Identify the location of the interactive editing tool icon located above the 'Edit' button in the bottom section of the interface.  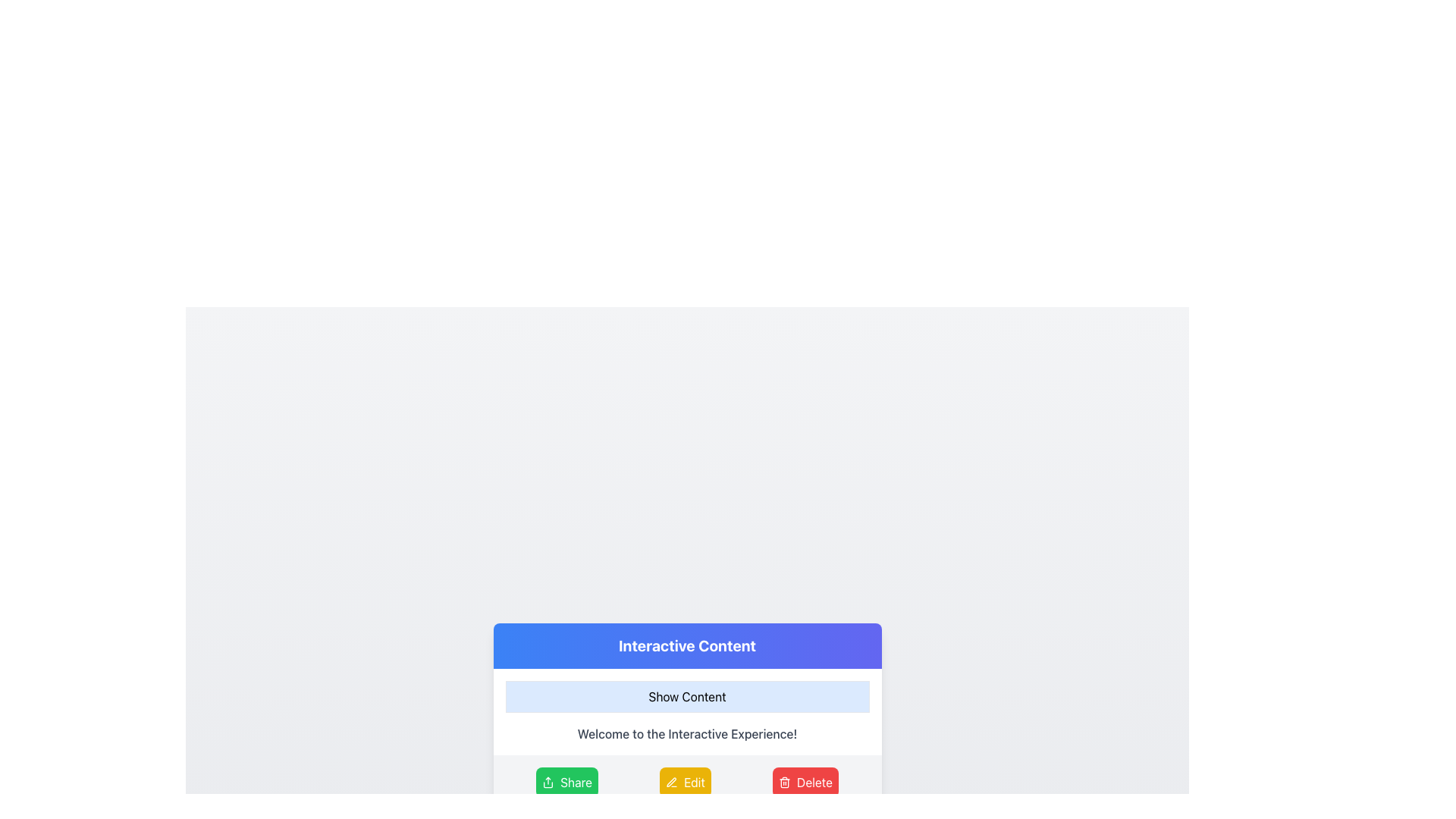
(670, 782).